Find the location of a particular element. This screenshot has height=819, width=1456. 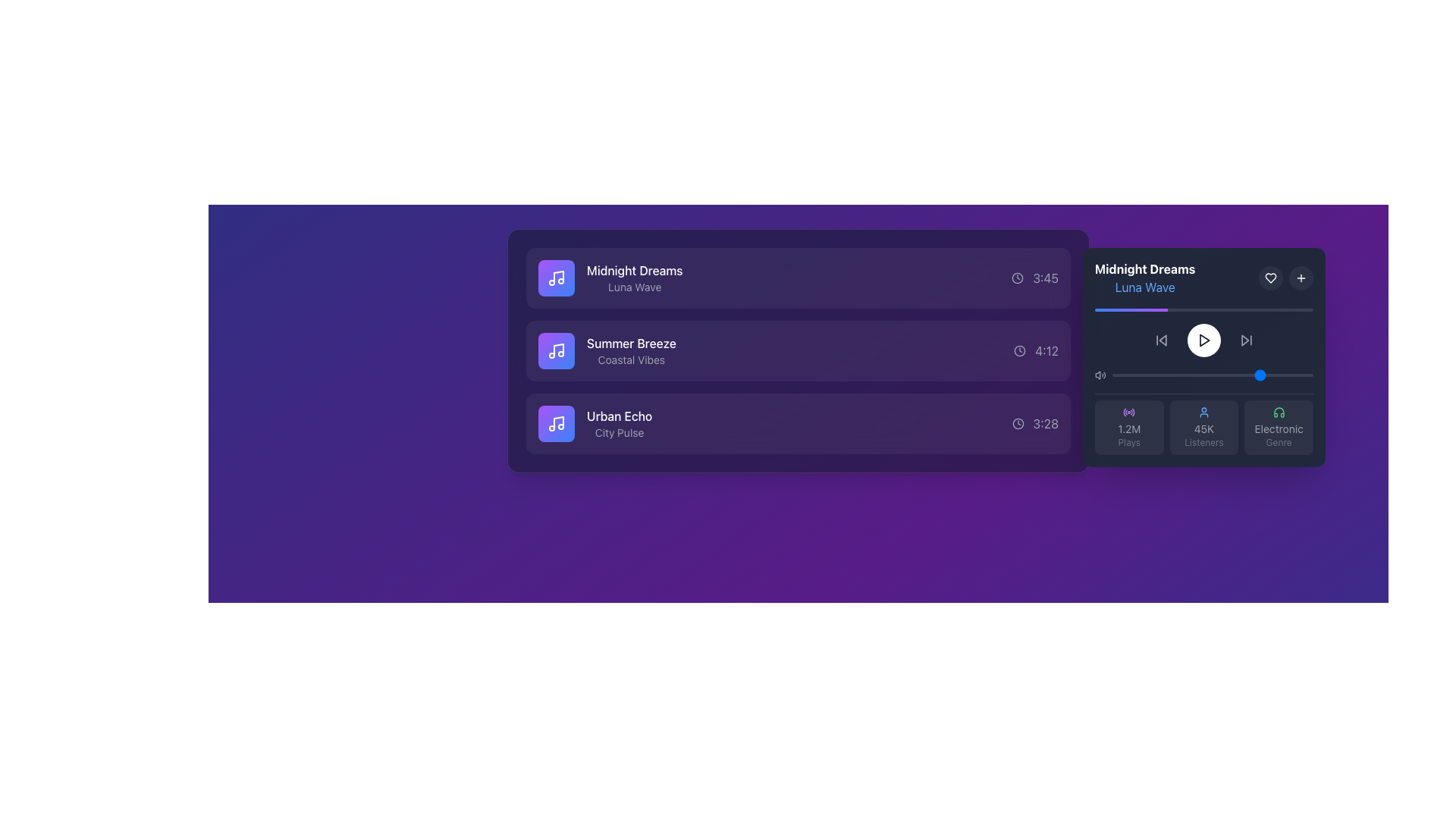

the 'Urban Echo' text label, which is displayed in bold white font against a dark purple background, located as the upper text in the third item of a vertically aligned list is located at coordinates (620, 416).